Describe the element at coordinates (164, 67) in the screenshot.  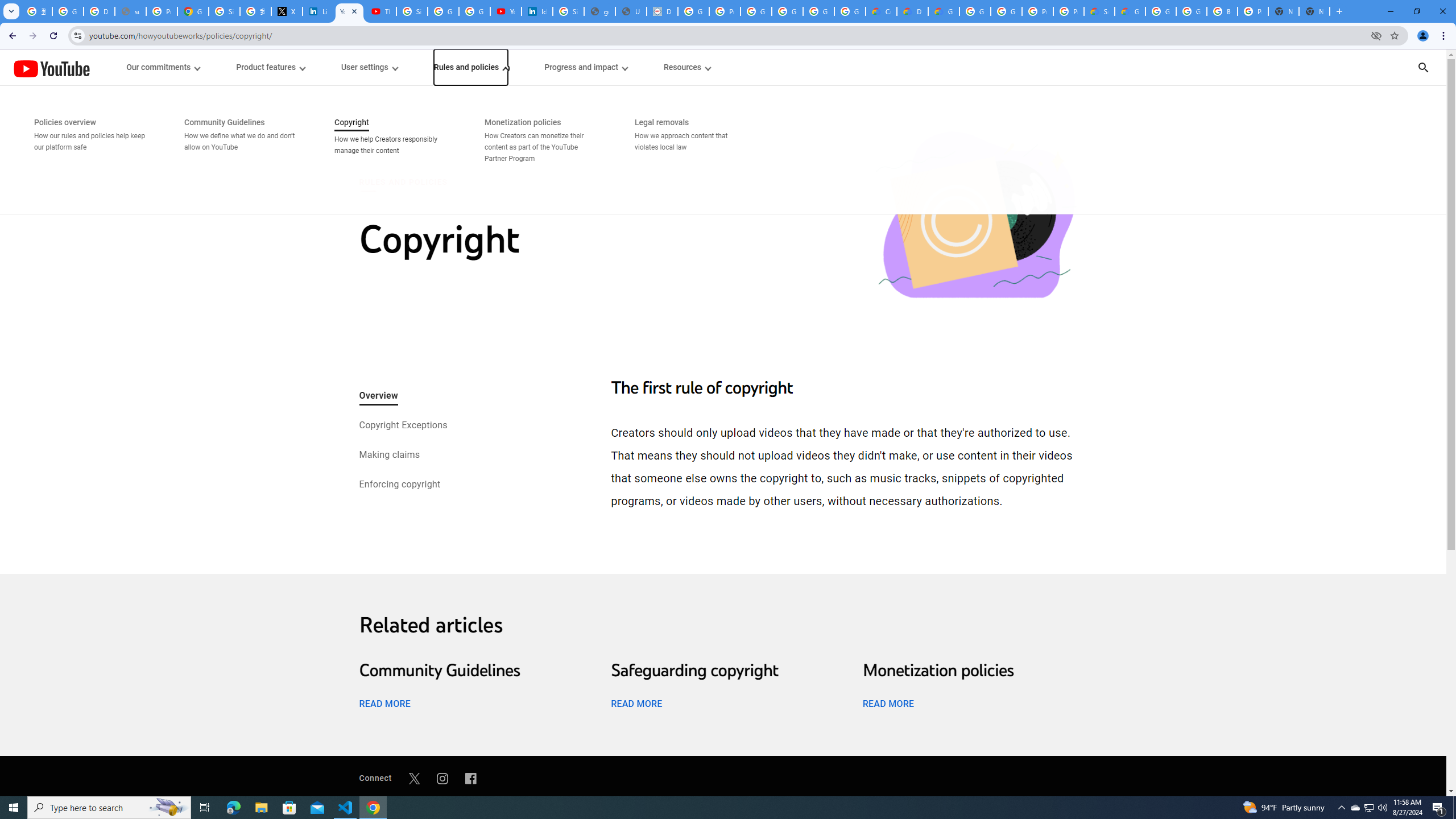
I see `'Our commitments menupopup'` at that location.